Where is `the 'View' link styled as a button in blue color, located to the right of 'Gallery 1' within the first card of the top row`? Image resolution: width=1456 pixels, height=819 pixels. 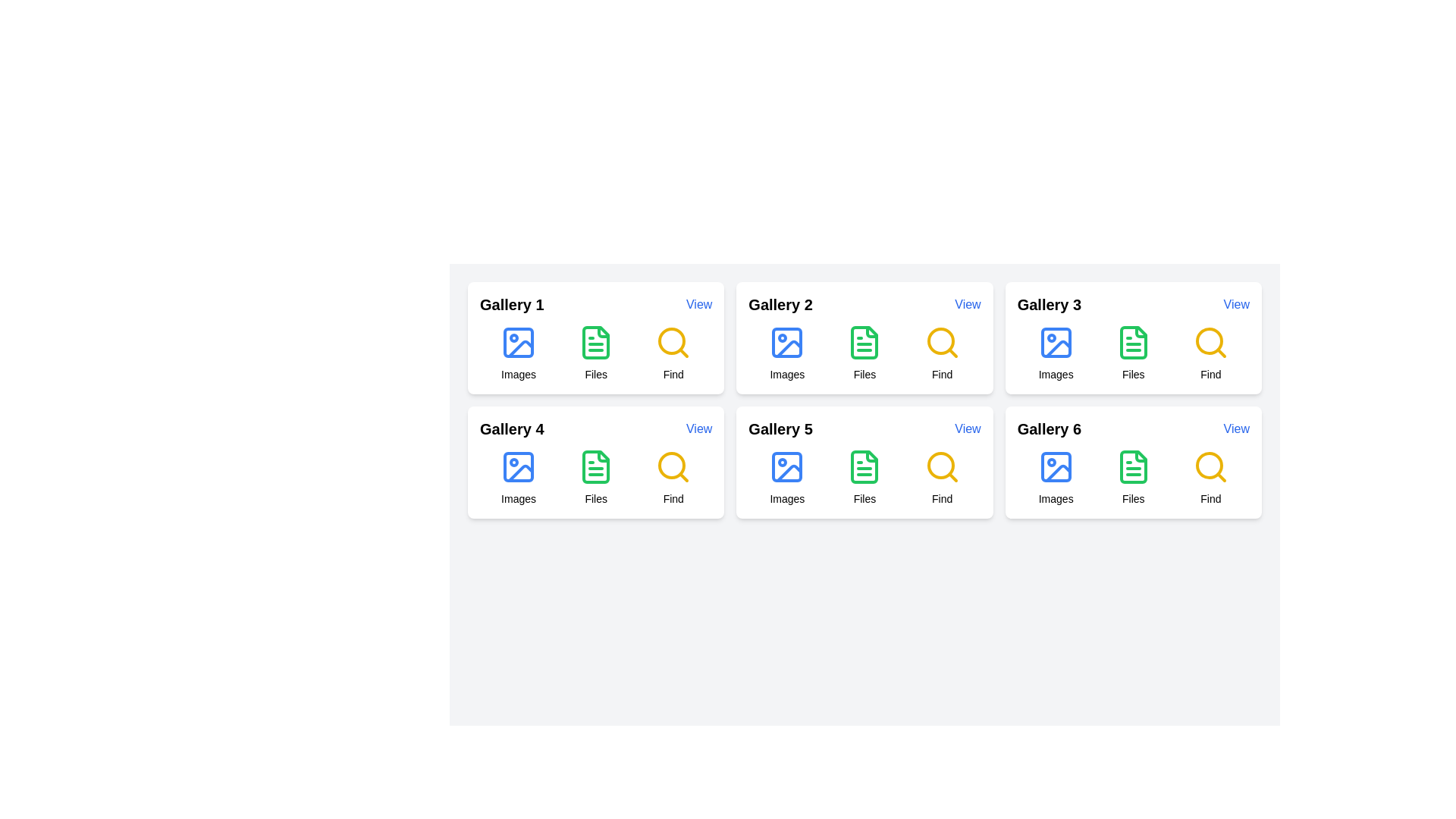
the 'View' link styled as a button in blue color, located to the right of 'Gallery 1' within the first card of the top row is located at coordinates (698, 304).